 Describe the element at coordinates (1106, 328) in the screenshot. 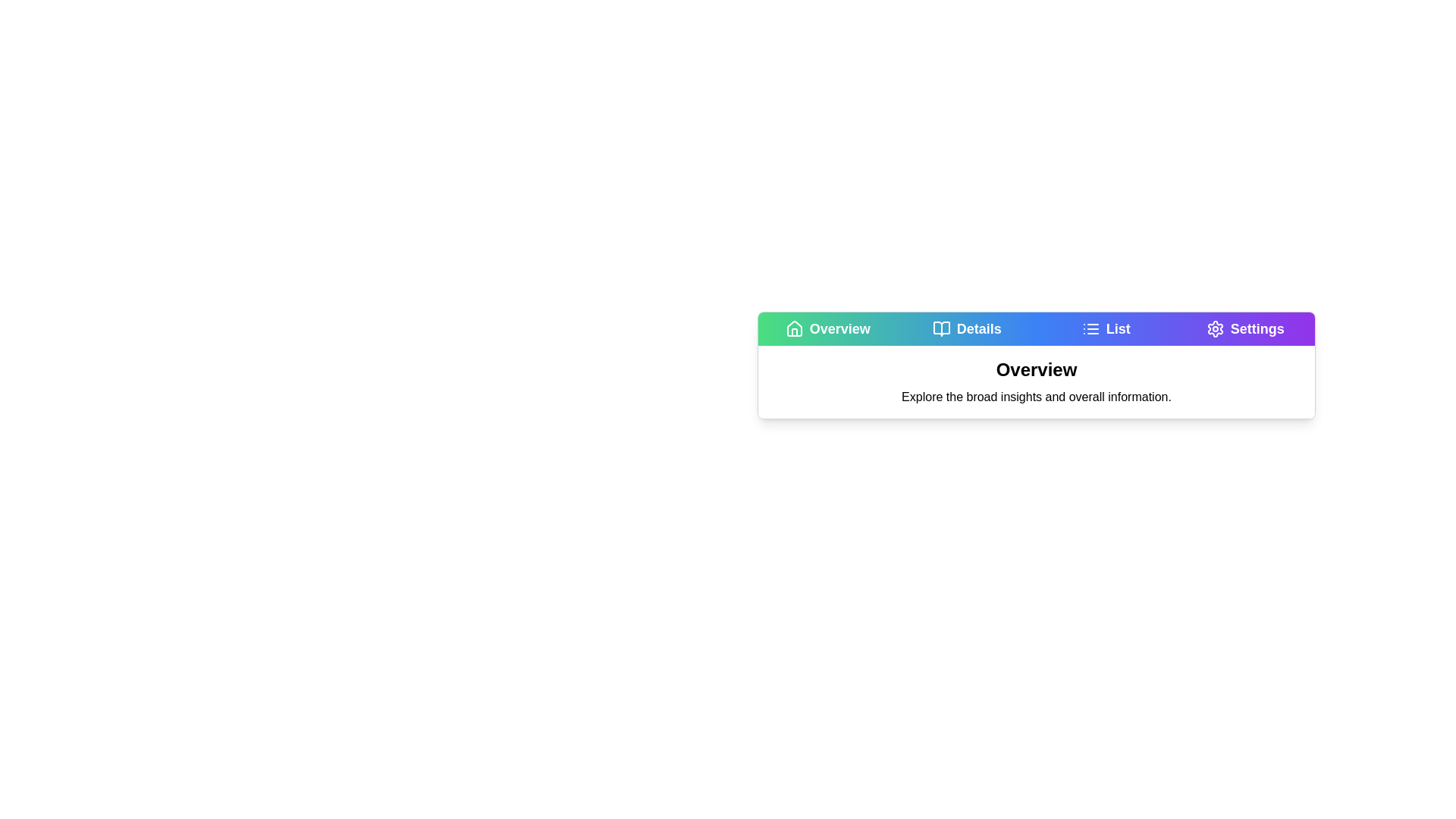

I see `the 'List' button` at that location.